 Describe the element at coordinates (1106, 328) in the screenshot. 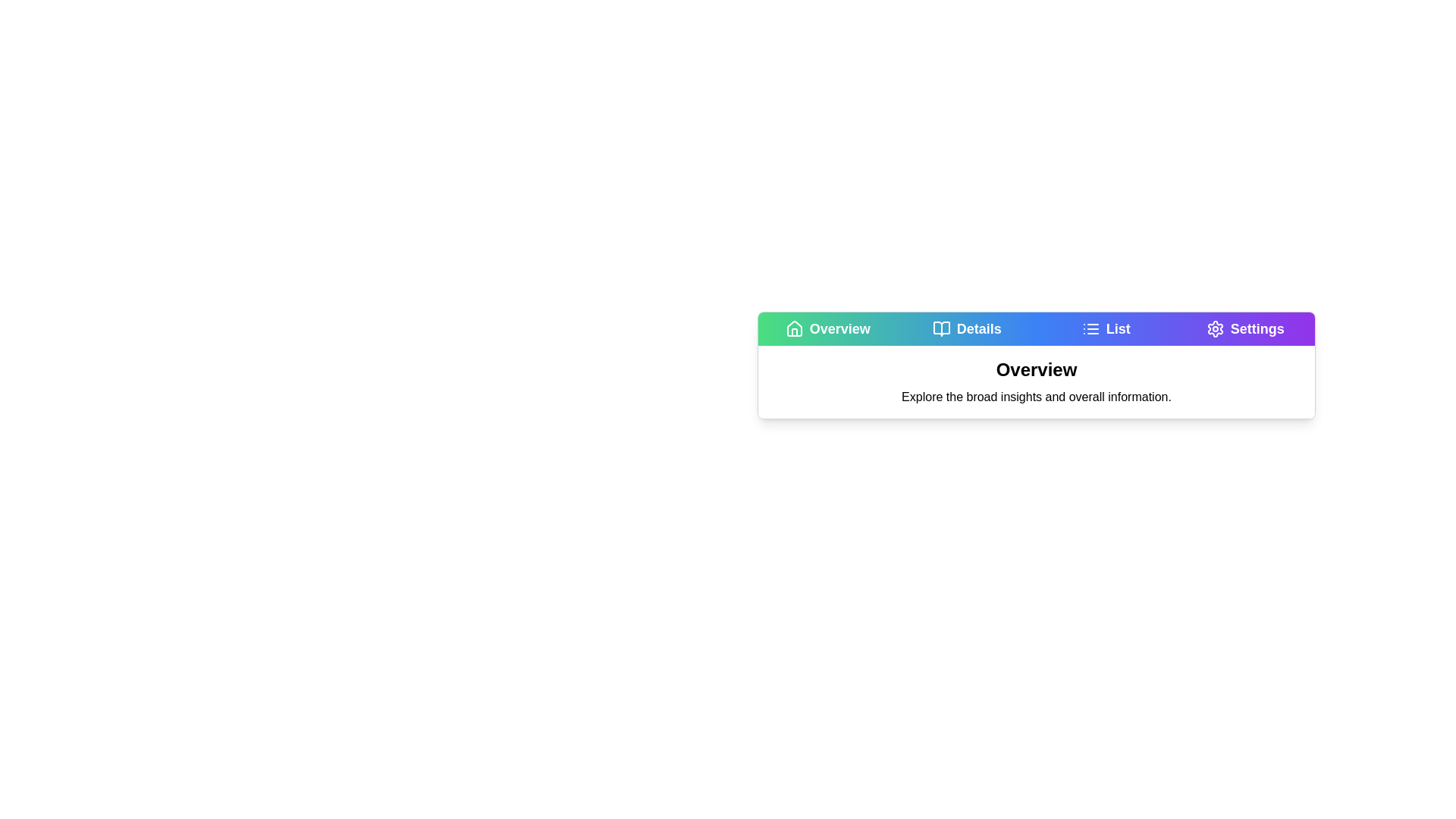

I see `the 'List' button` at that location.